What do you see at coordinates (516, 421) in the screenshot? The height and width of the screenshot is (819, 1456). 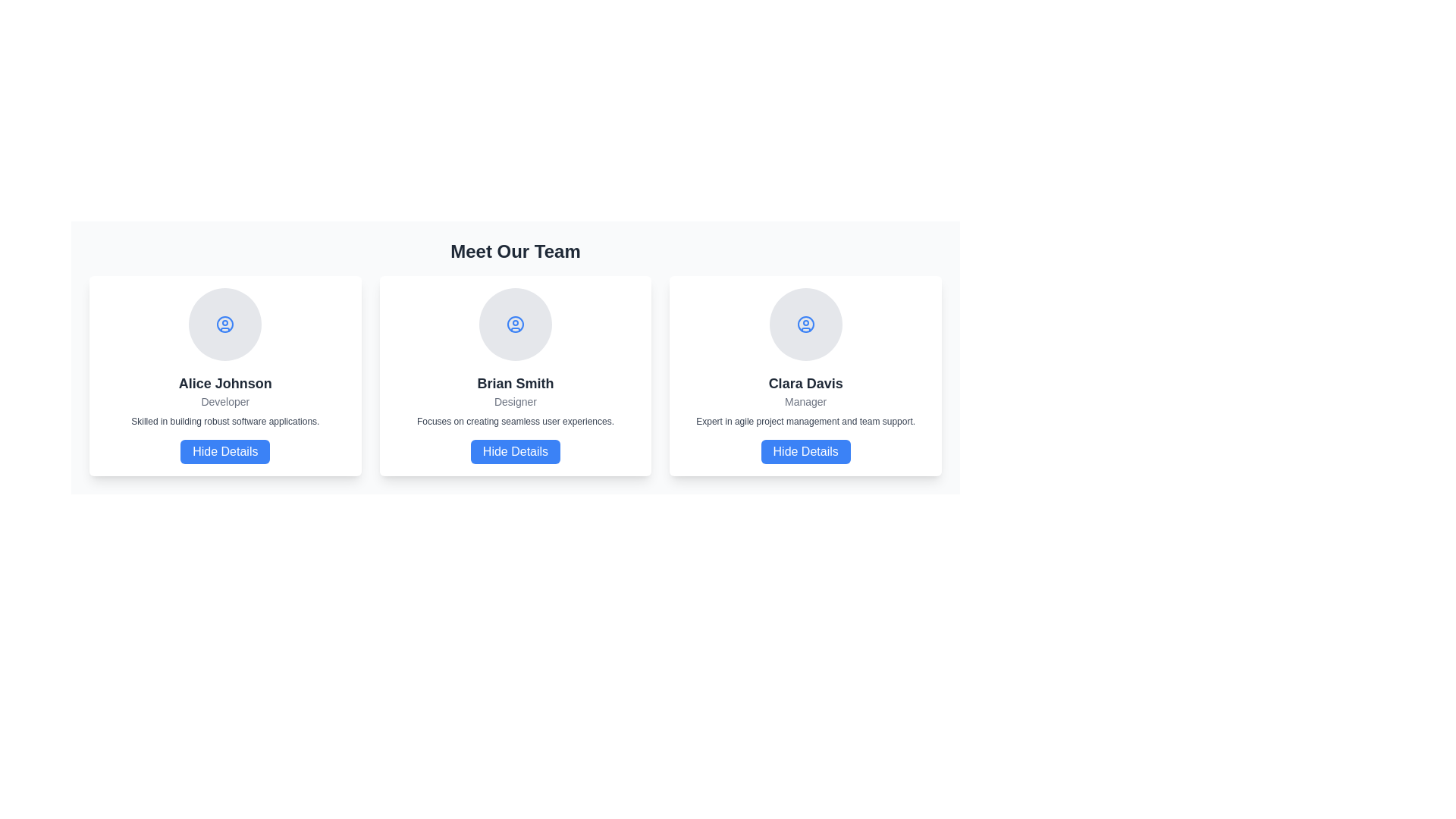 I see `the Text Label that describes the individual's role or expertise, located between the 'Designer' text and the 'Hide Details' button in the middle column of a card-style layout` at bounding box center [516, 421].